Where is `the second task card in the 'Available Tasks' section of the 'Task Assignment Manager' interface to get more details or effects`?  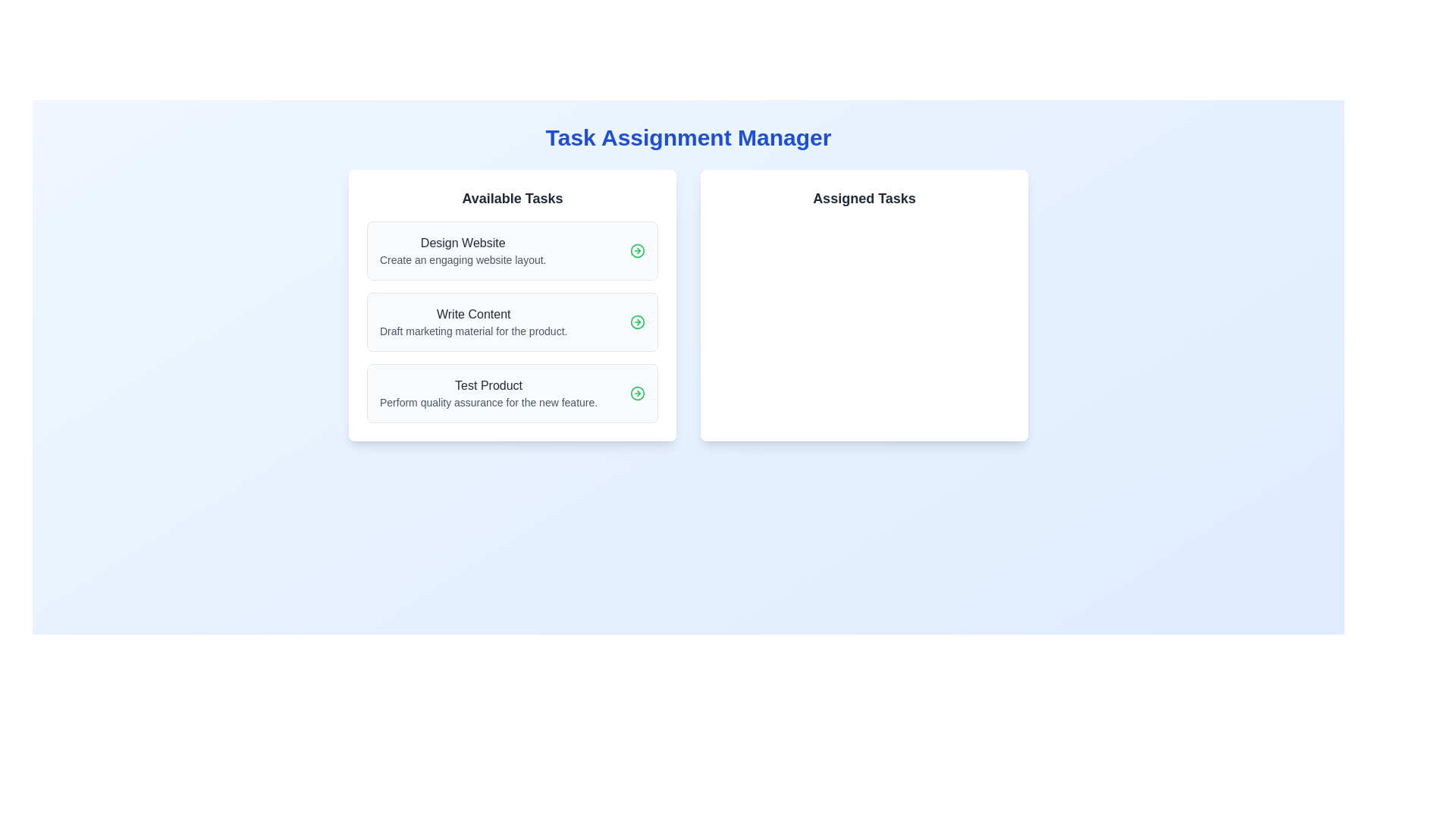 the second task card in the 'Available Tasks' section of the 'Task Assignment Manager' interface to get more details or effects is located at coordinates (513, 321).